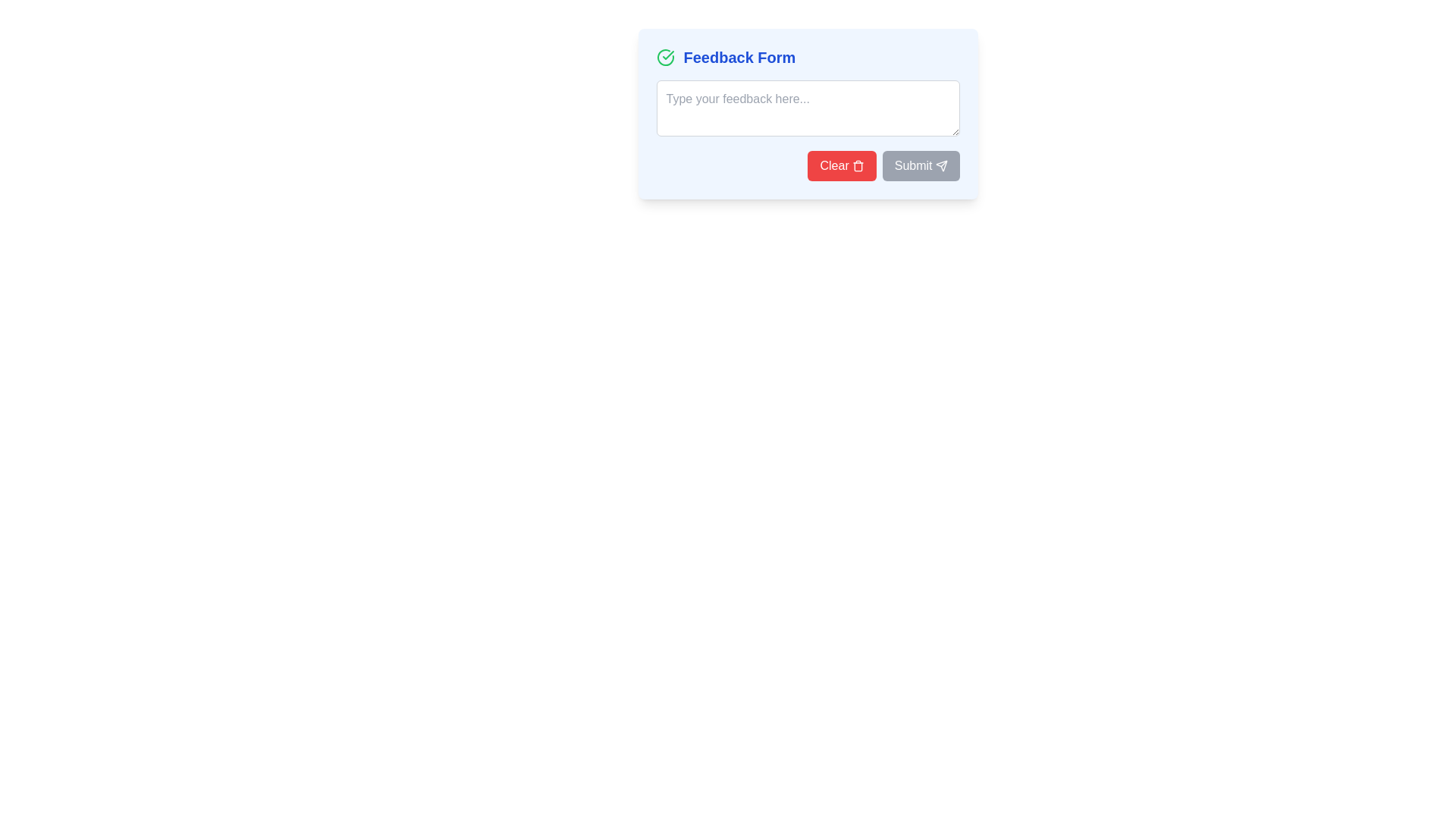 This screenshot has height=819, width=1456. What do you see at coordinates (940, 166) in the screenshot?
I see `the triangular paper airplane icon within the 'Submit' button of the 'Feedback Form'` at bounding box center [940, 166].